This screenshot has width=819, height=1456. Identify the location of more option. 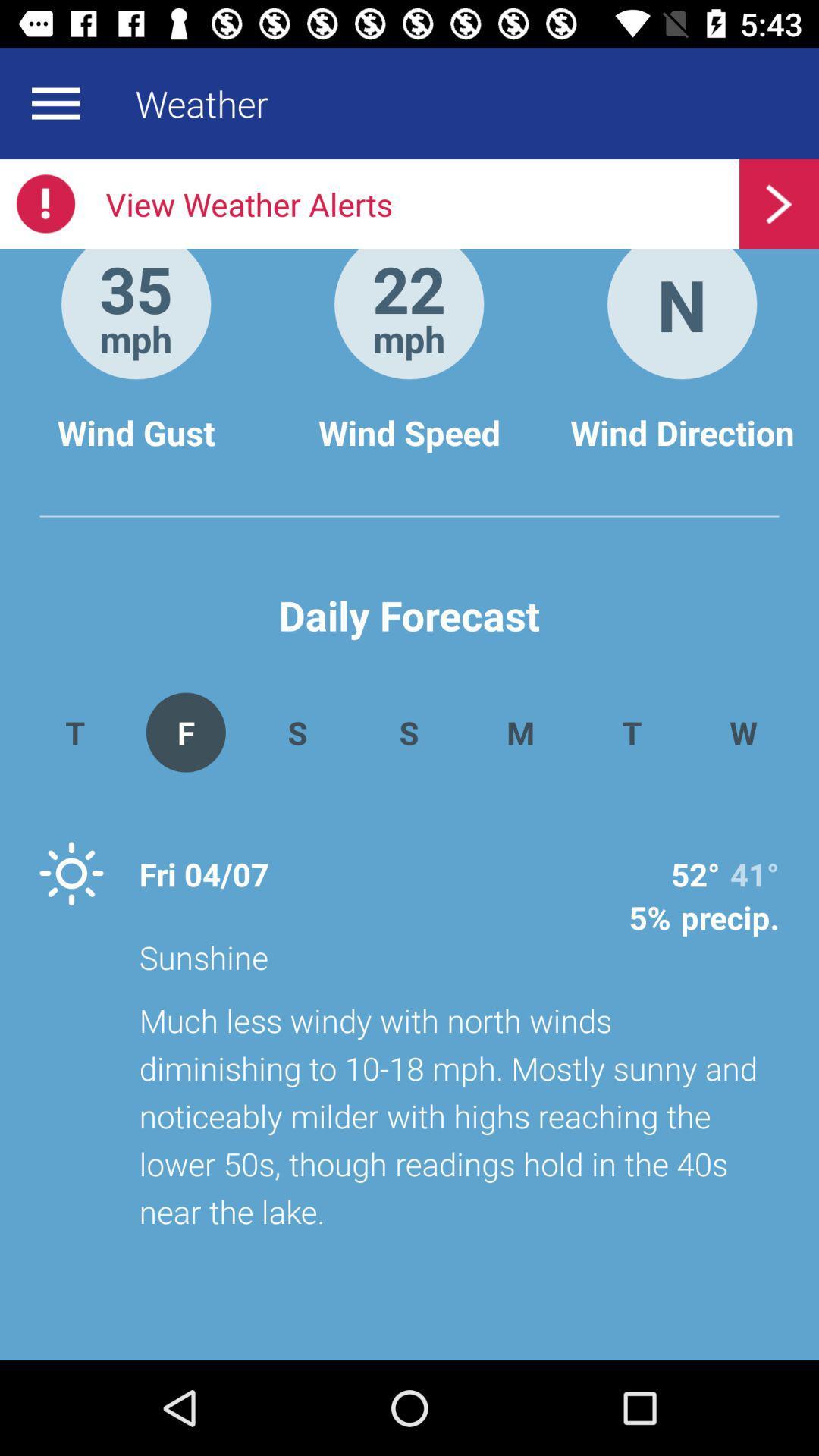
(55, 102).